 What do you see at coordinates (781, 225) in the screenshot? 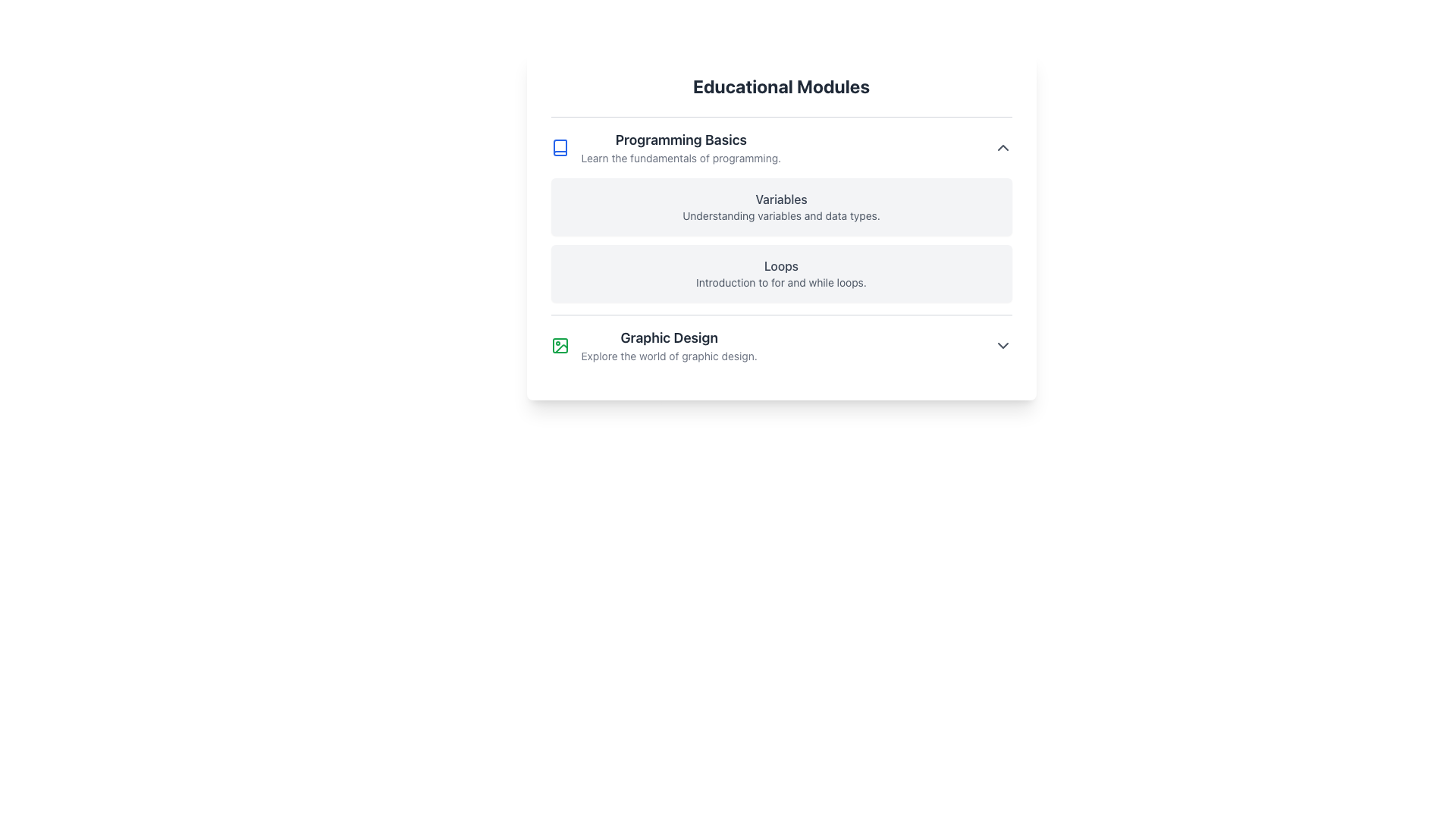
I see `displayed content of the second card under the 'Programming Basics' section in the 'Educational Modules' area` at bounding box center [781, 225].